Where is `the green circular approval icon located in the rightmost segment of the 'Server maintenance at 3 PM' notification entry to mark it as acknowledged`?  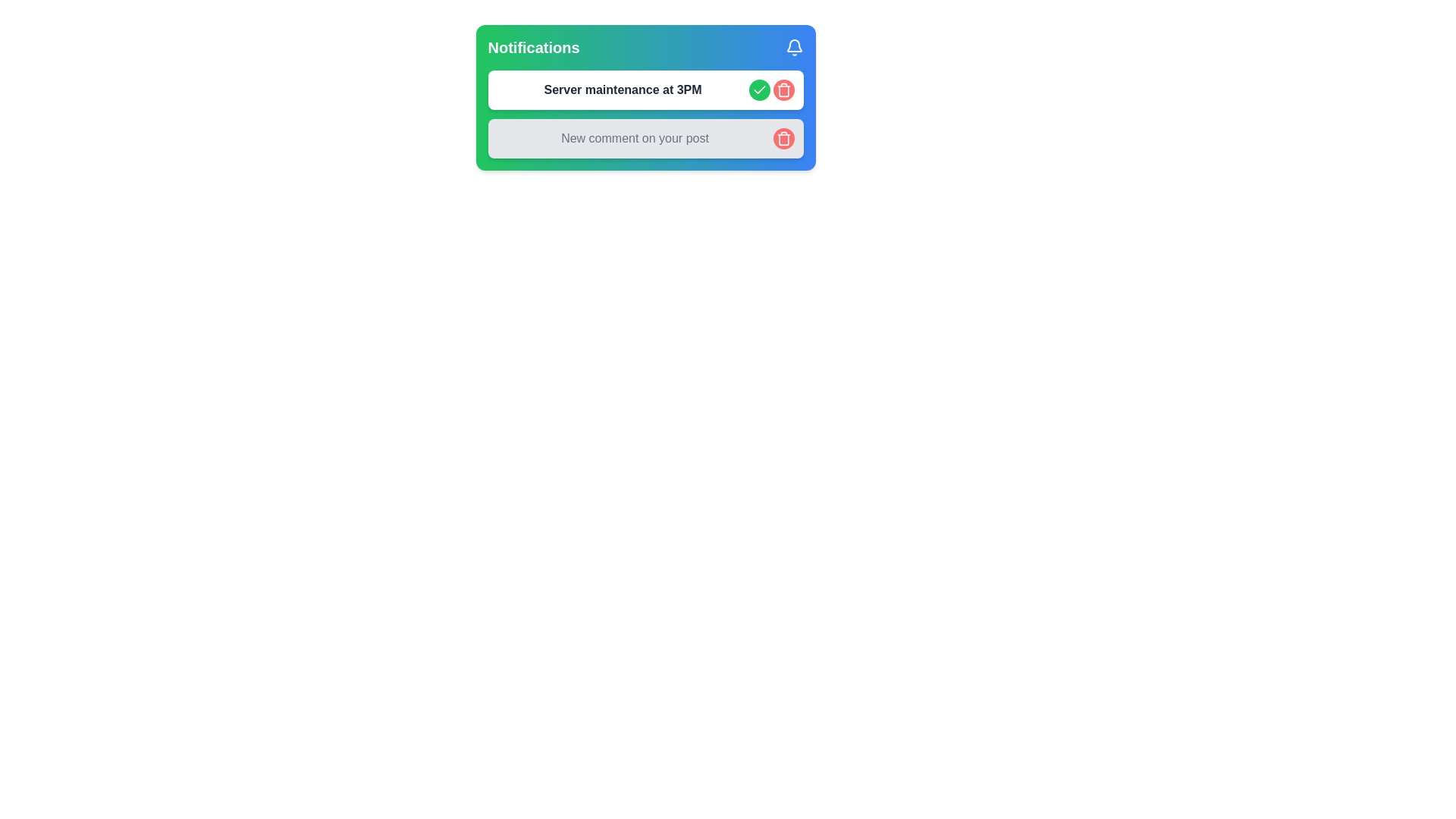 the green circular approval icon located in the rightmost segment of the 'Server maintenance at 3 PM' notification entry to mark it as acknowledged is located at coordinates (759, 89).